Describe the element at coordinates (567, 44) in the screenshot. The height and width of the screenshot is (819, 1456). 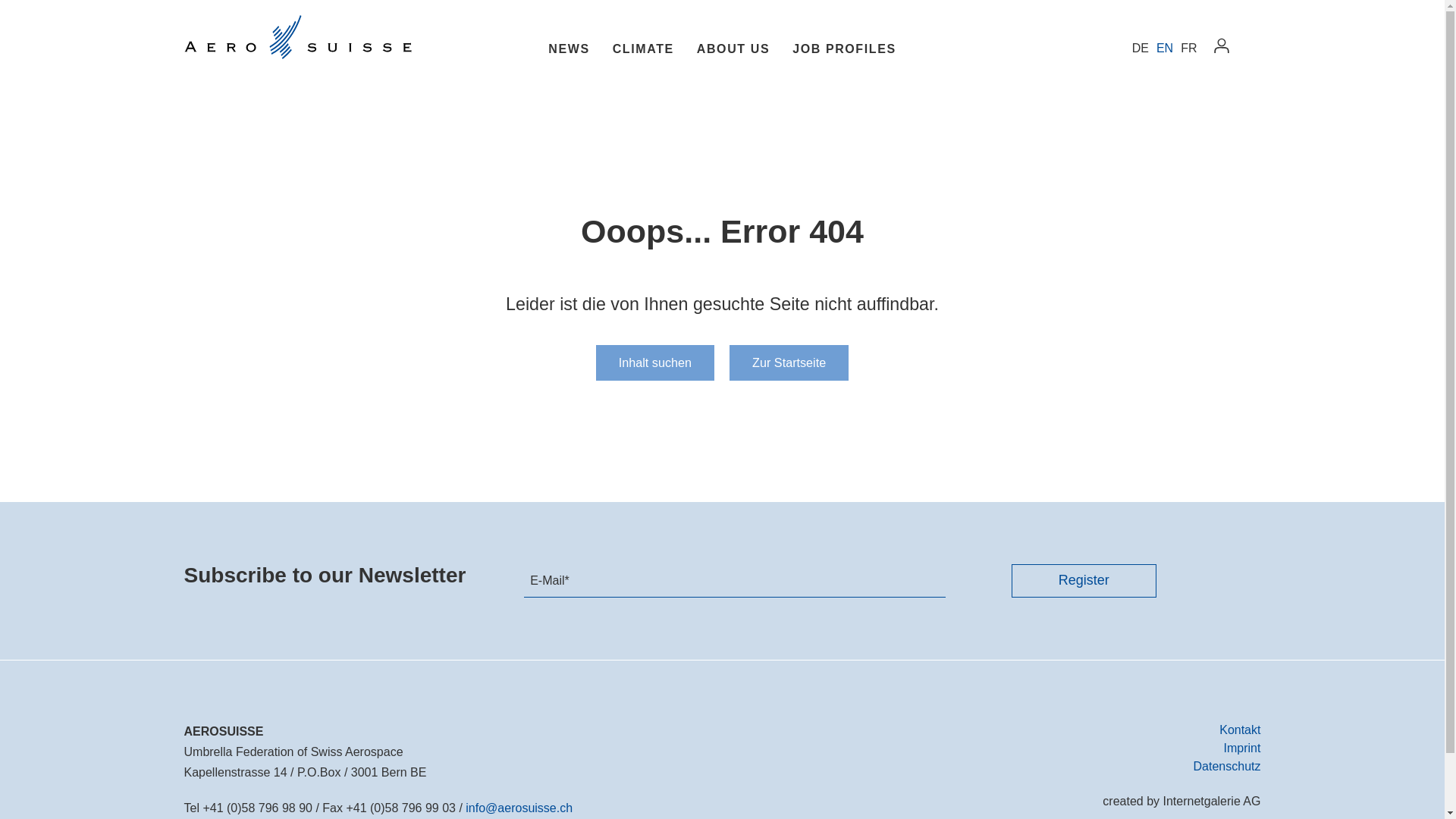
I see `'NEWS'` at that location.